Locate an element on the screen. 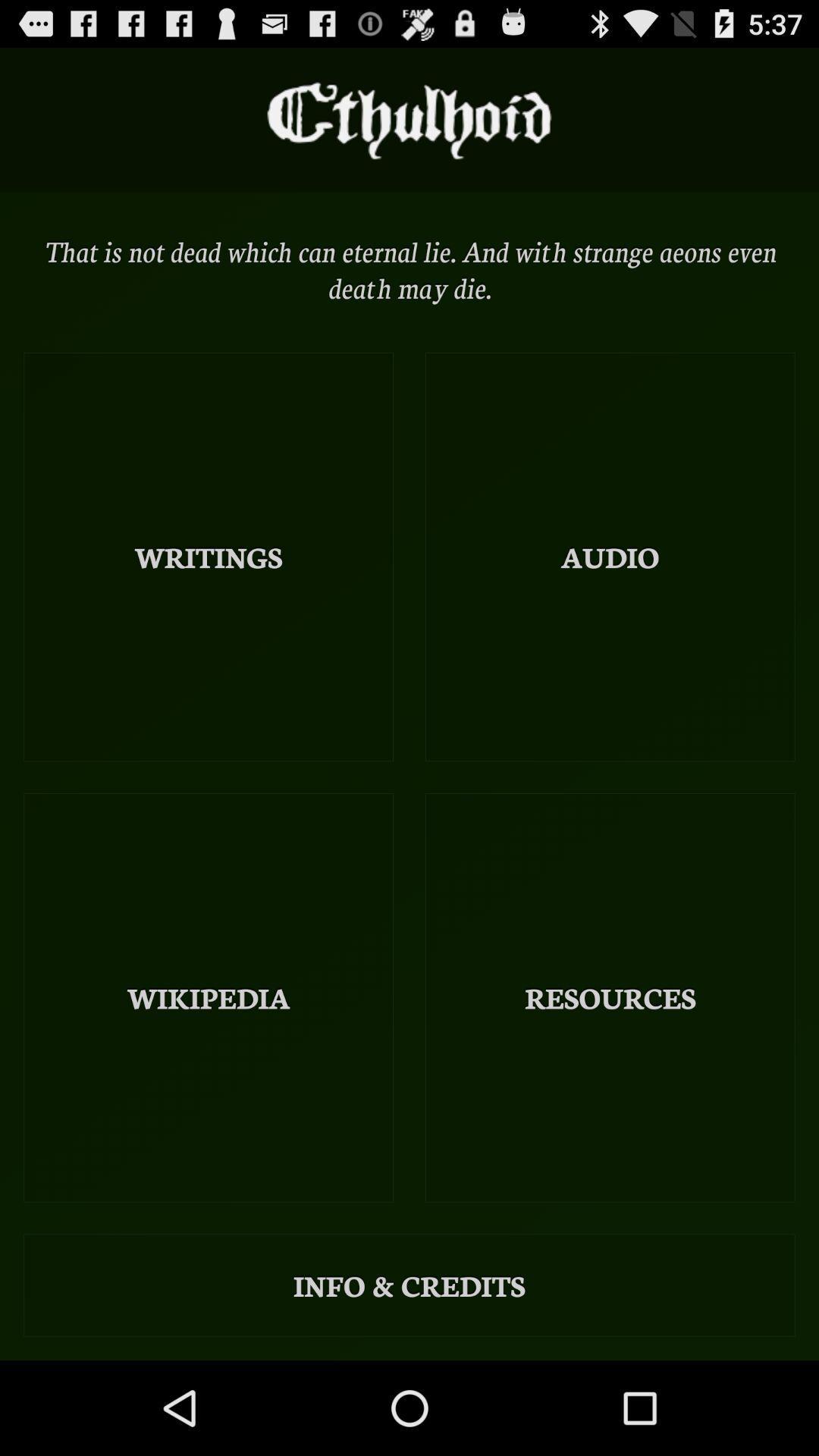 The image size is (819, 1456). the audio on the right is located at coordinates (609, 556).